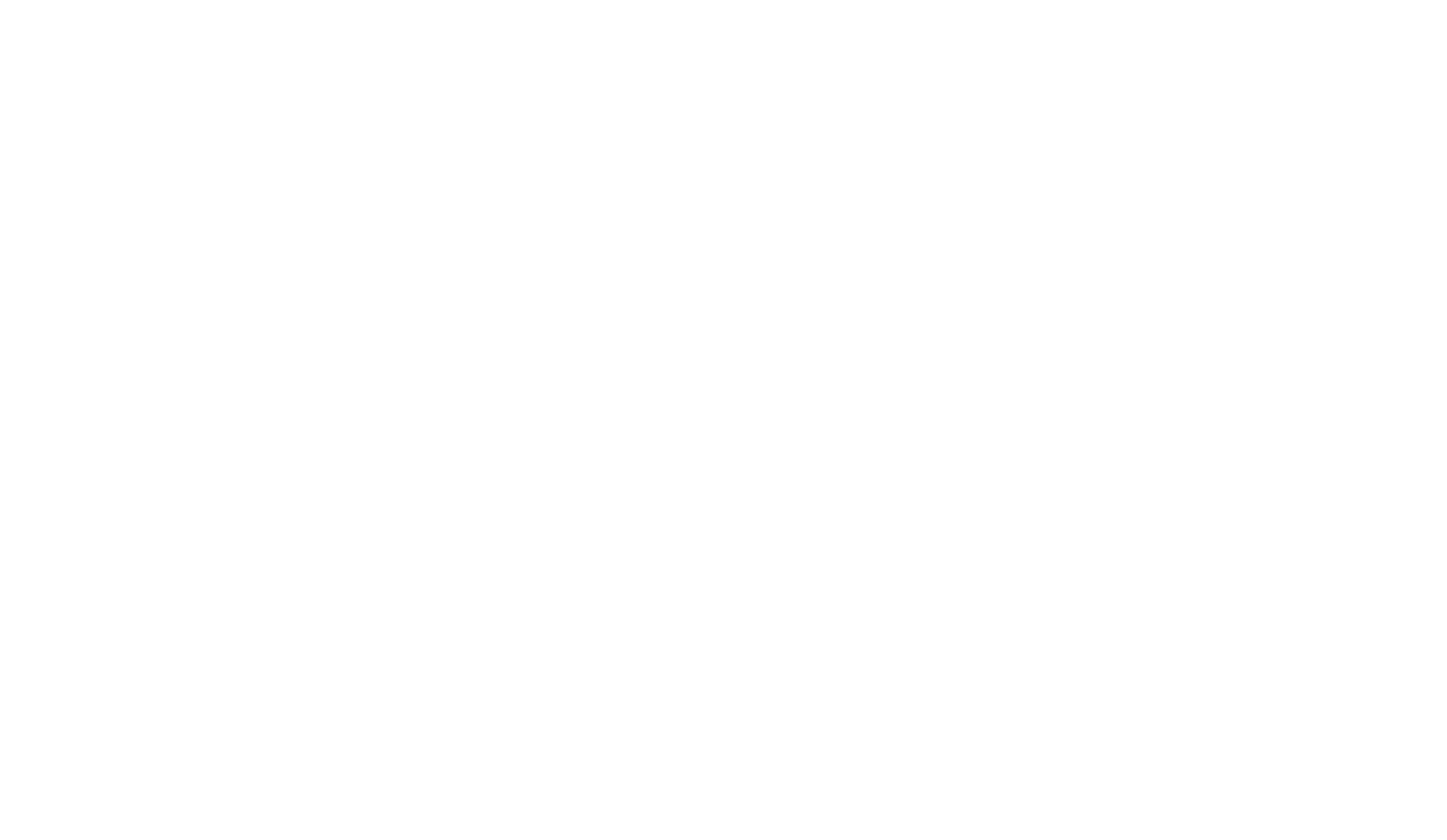 The width and height of the screenshot is (1447, 840). I want to click on 'Tunisie', so click(346, 478).